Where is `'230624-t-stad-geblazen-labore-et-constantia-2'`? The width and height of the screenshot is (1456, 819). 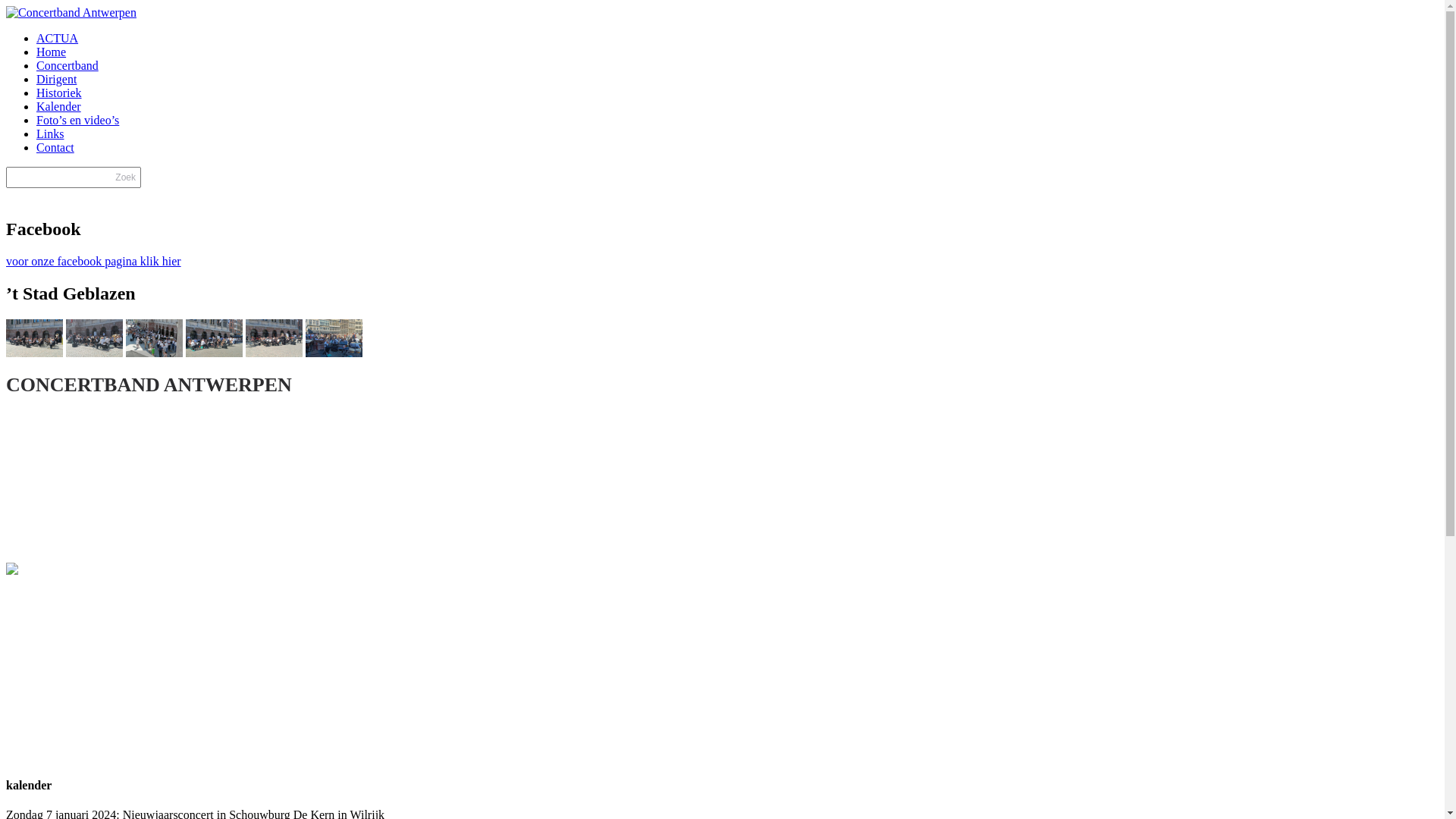
'230624-t-stad-geblazen-labore-et-constantia-2' is located at coordinates (274, 337).